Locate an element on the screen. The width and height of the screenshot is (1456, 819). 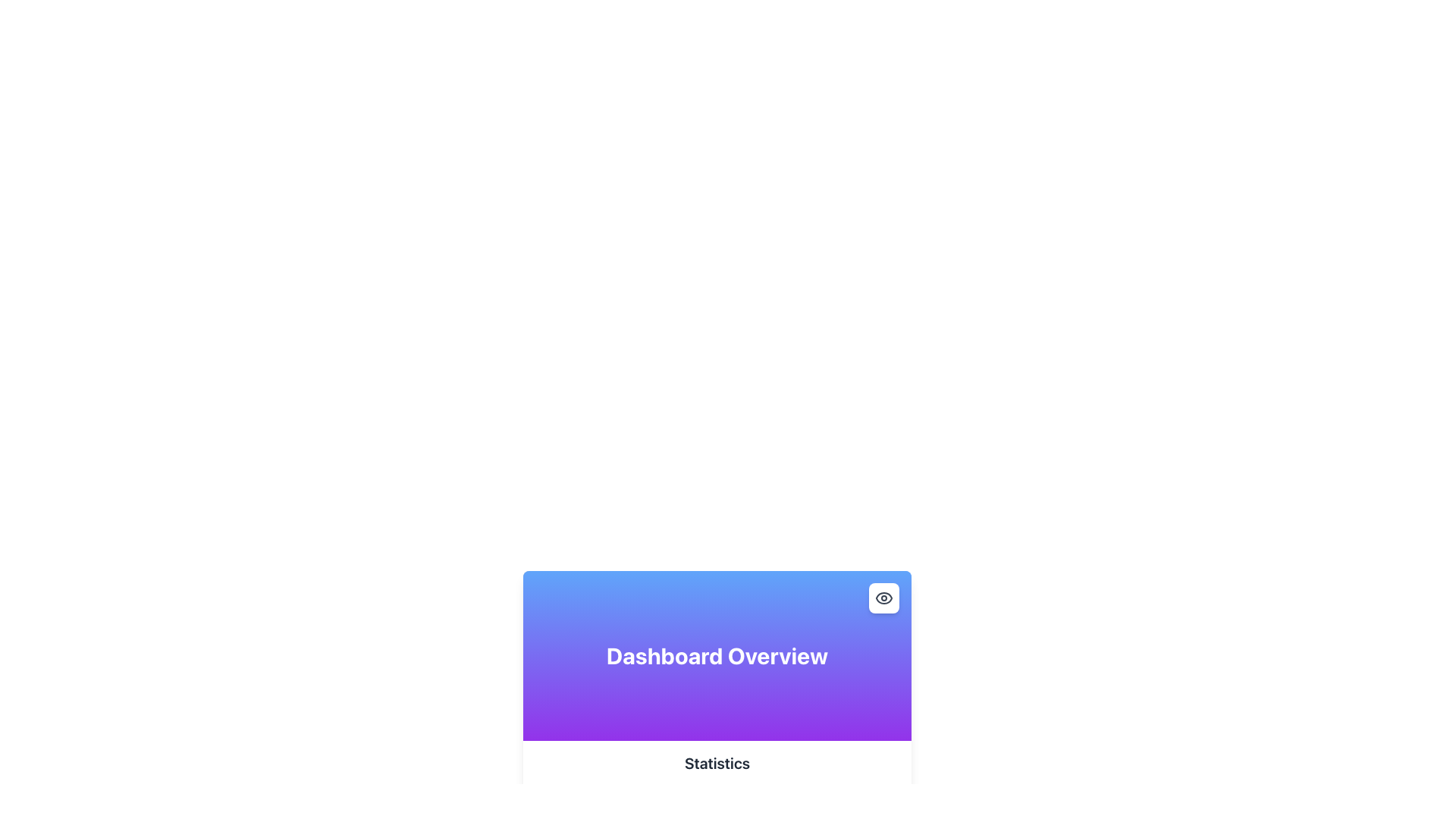
the visibility toggle button located in the top-right corner of the 'Dashboard Overview' card with a gradient blue-to-purple background is located at coordinates (884, 598).